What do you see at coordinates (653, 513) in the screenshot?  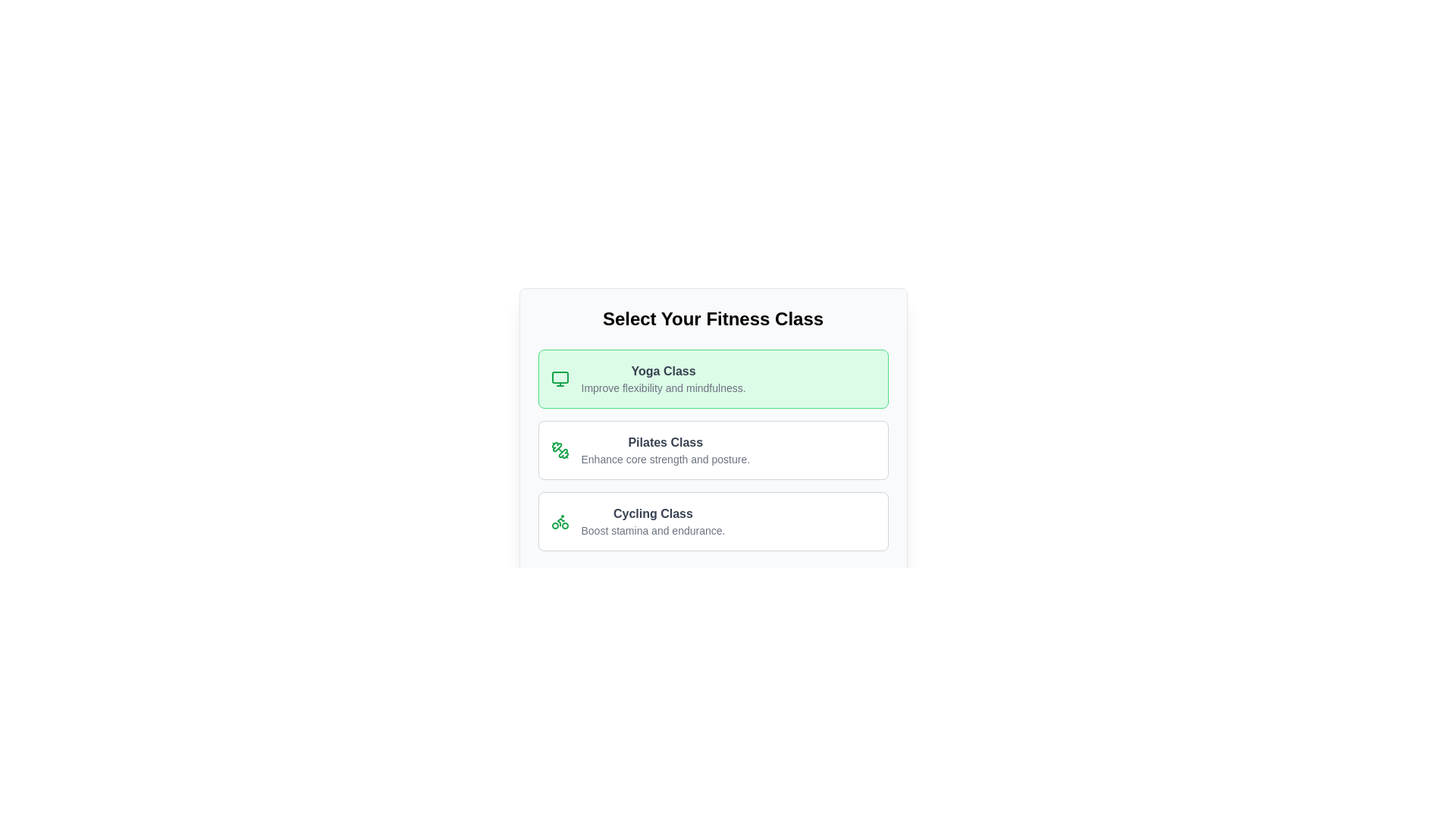 I see `text label for the cycling class option, which is positioned at the top of the third section of fitness class options` at bounding box center [653, 513].